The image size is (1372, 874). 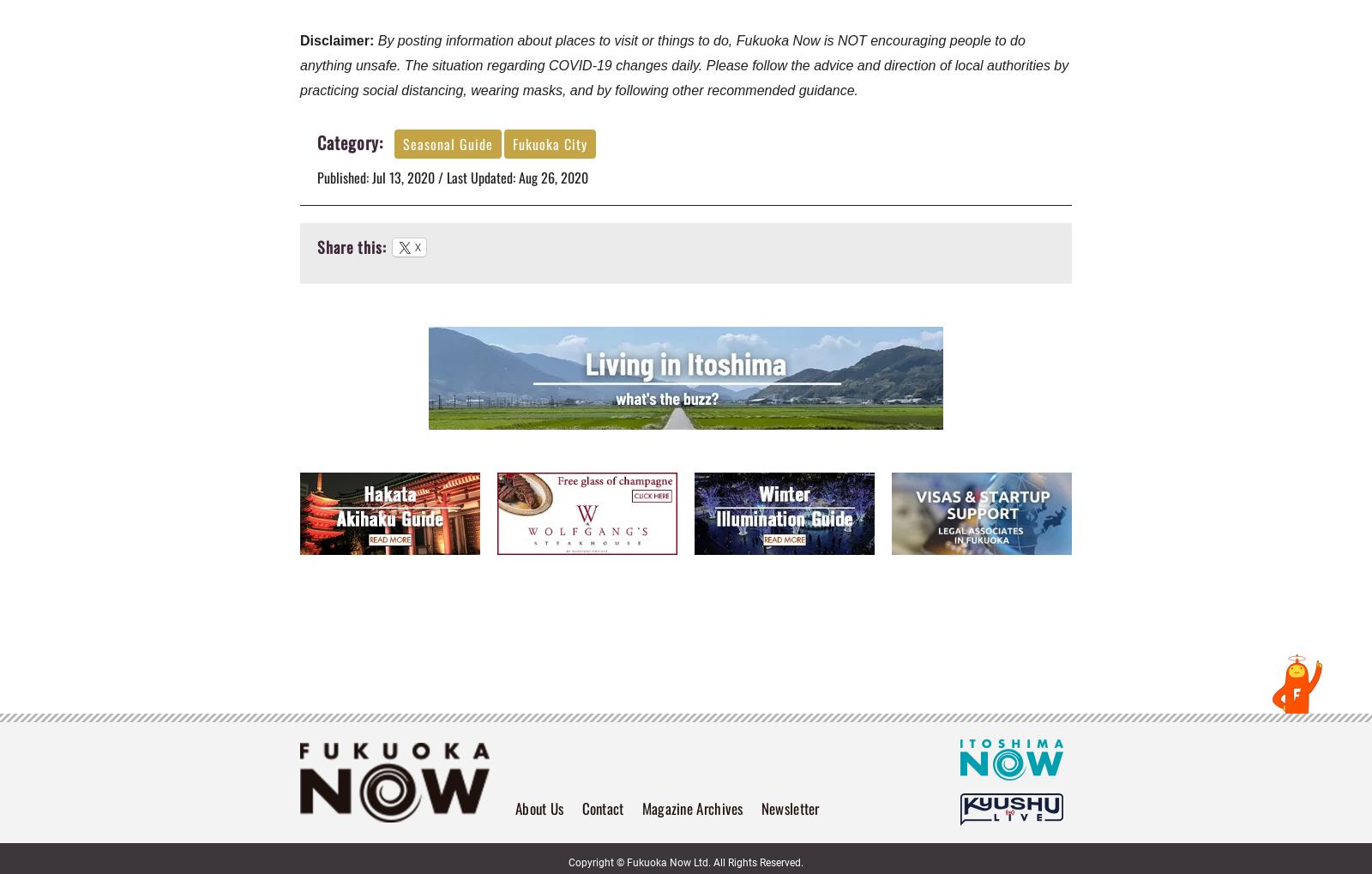 I want to click on 'Magazine Archives', so click(x=691, y=806).